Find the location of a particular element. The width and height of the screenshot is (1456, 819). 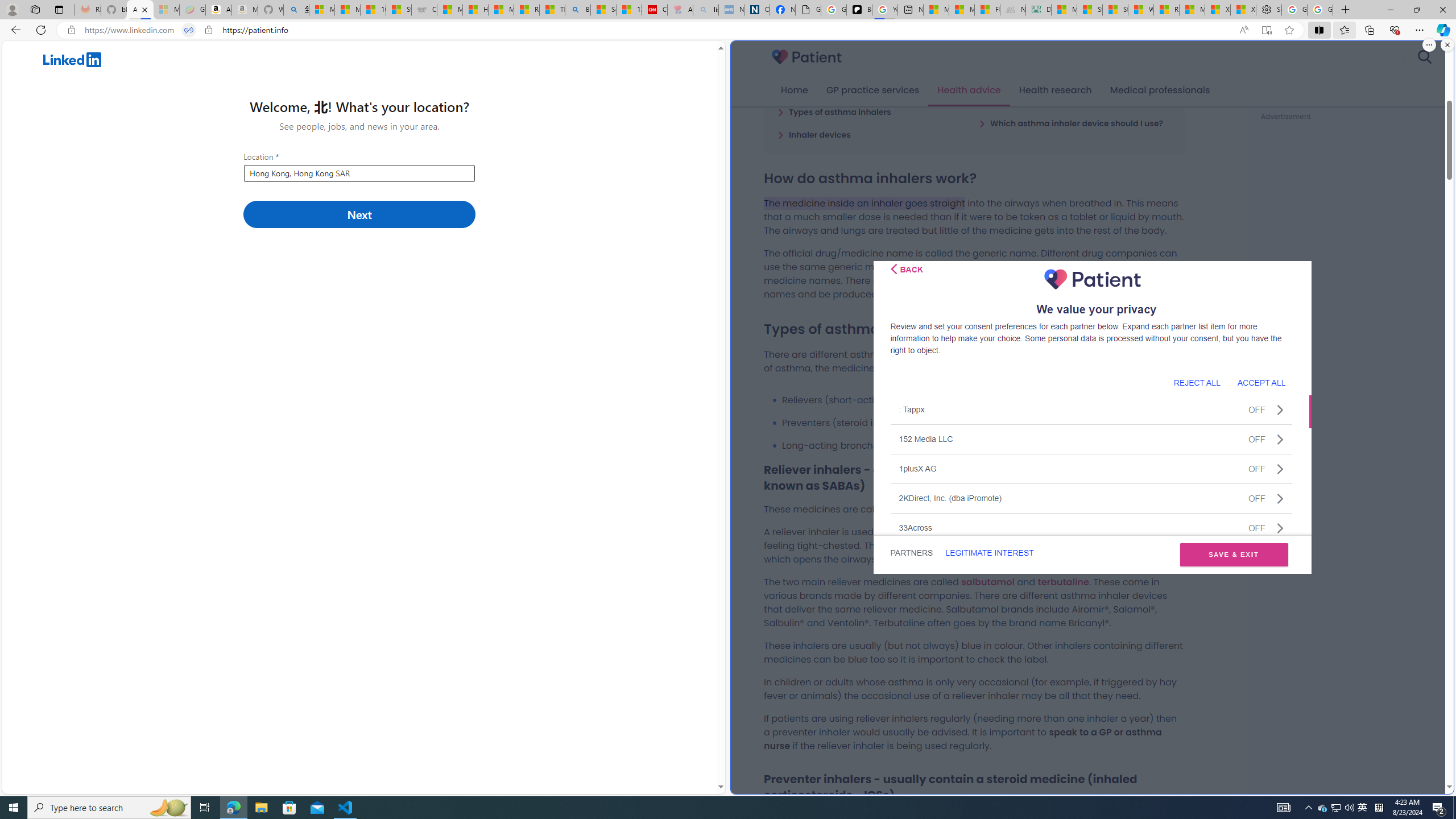

'Close split screen.' is located at coordinates (1446, 44).